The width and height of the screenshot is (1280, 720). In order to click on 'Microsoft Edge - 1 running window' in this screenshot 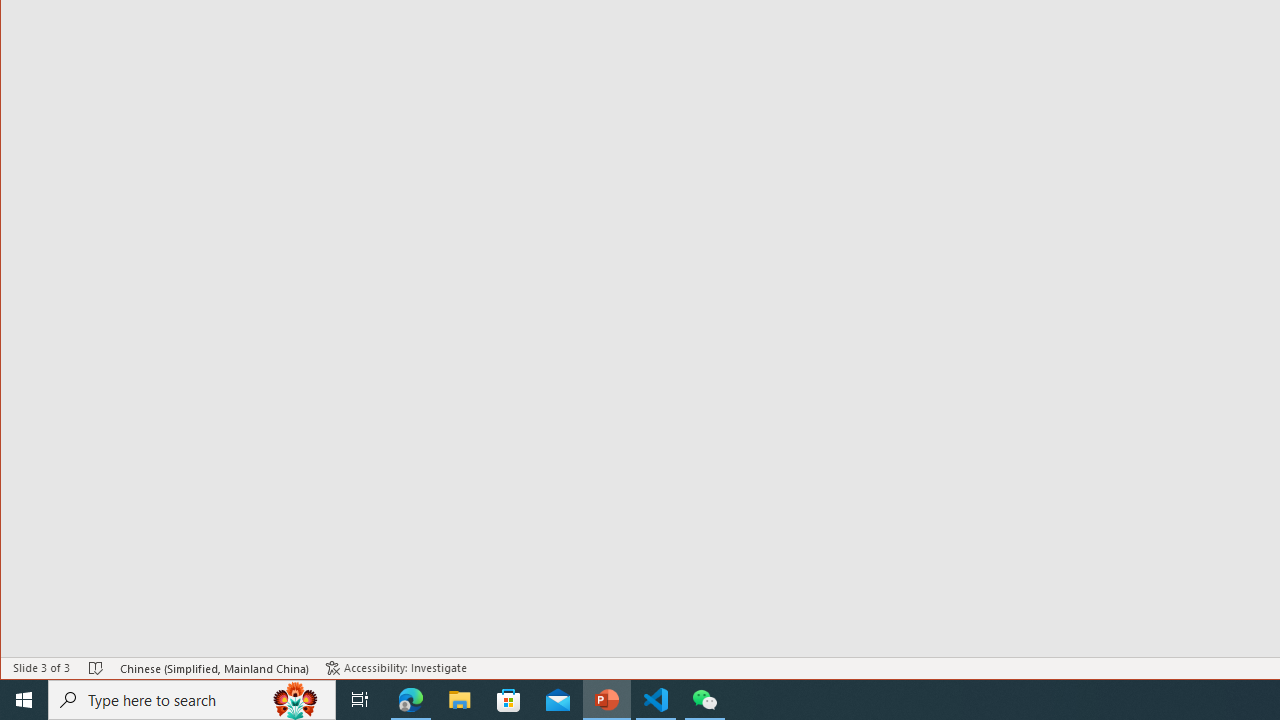, I will do `click(410, 698)`.